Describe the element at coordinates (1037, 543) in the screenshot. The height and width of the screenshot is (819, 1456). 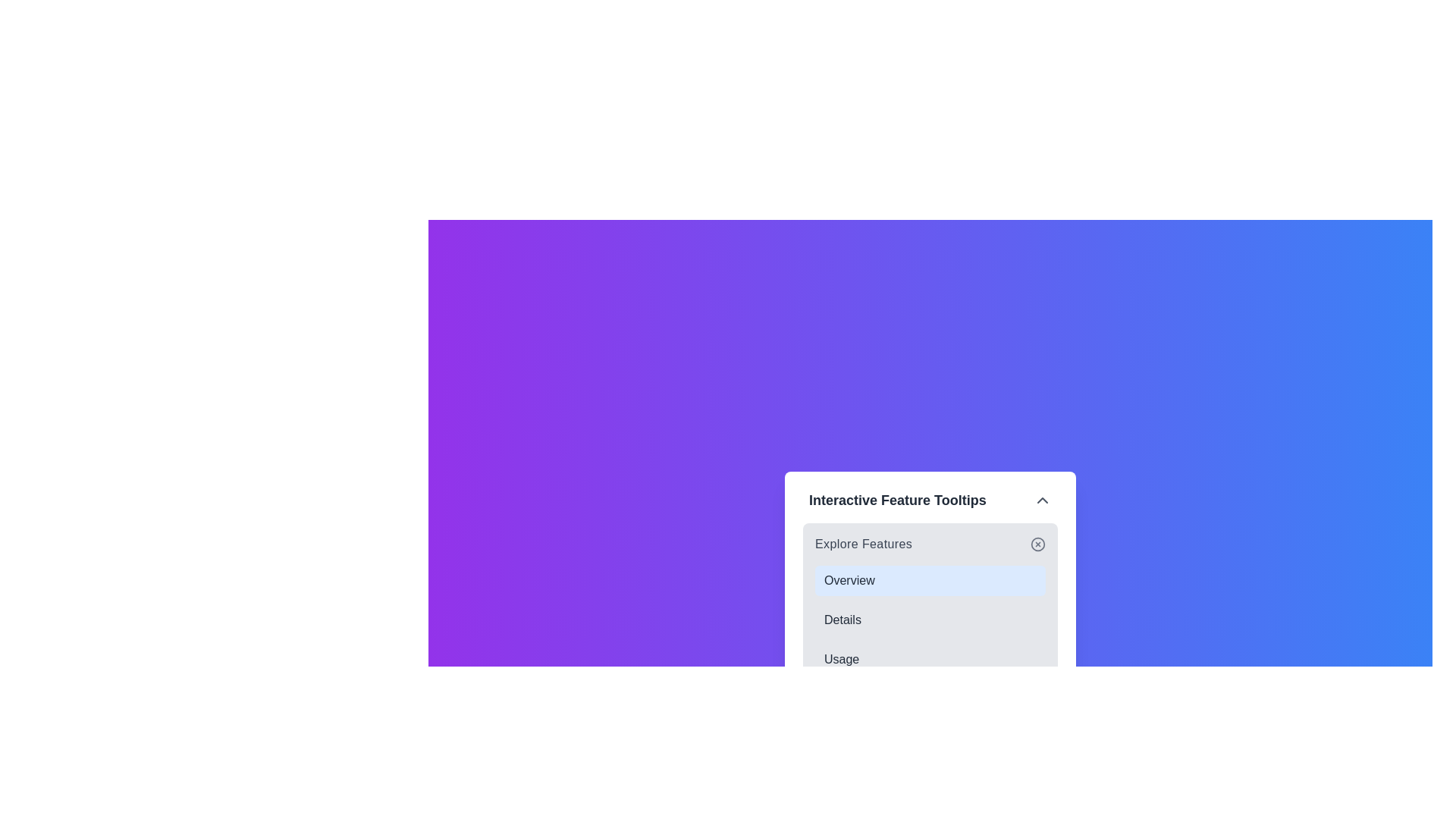
I see `the close button located at the right end of the header labeled Explore Features` at that location.